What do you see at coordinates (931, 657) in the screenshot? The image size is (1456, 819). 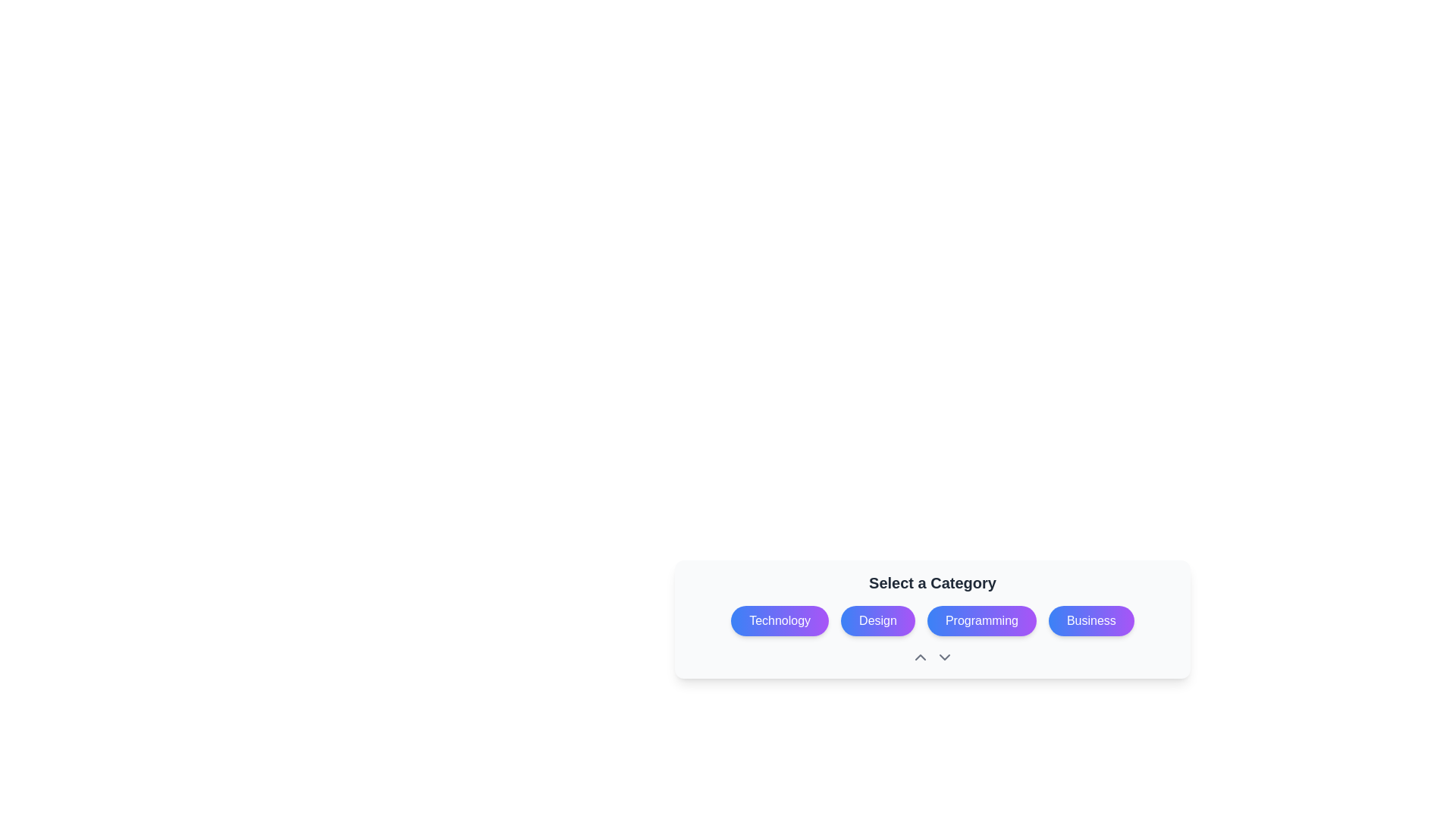 I see `the downward arrow of the Control component located at the bottom center of the card section below 'Select a Category'` at bounding box center [931, 657].